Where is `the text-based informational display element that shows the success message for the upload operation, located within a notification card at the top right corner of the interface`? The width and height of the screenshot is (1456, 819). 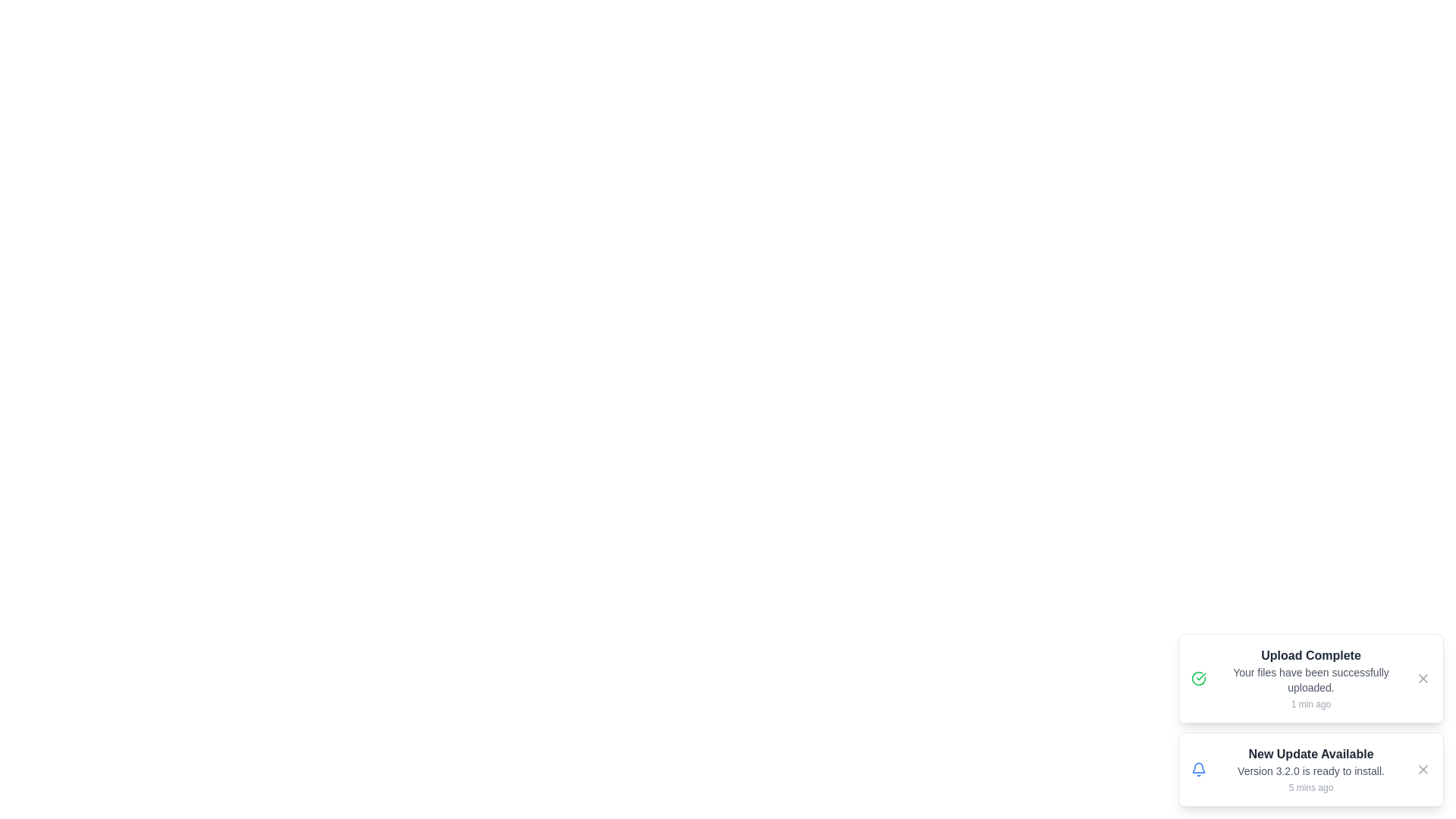
the text-based informational display element that shows the success message for the upload operation, located within a notification card at the top right corner of the interface is located at coordinates (1310, 677).